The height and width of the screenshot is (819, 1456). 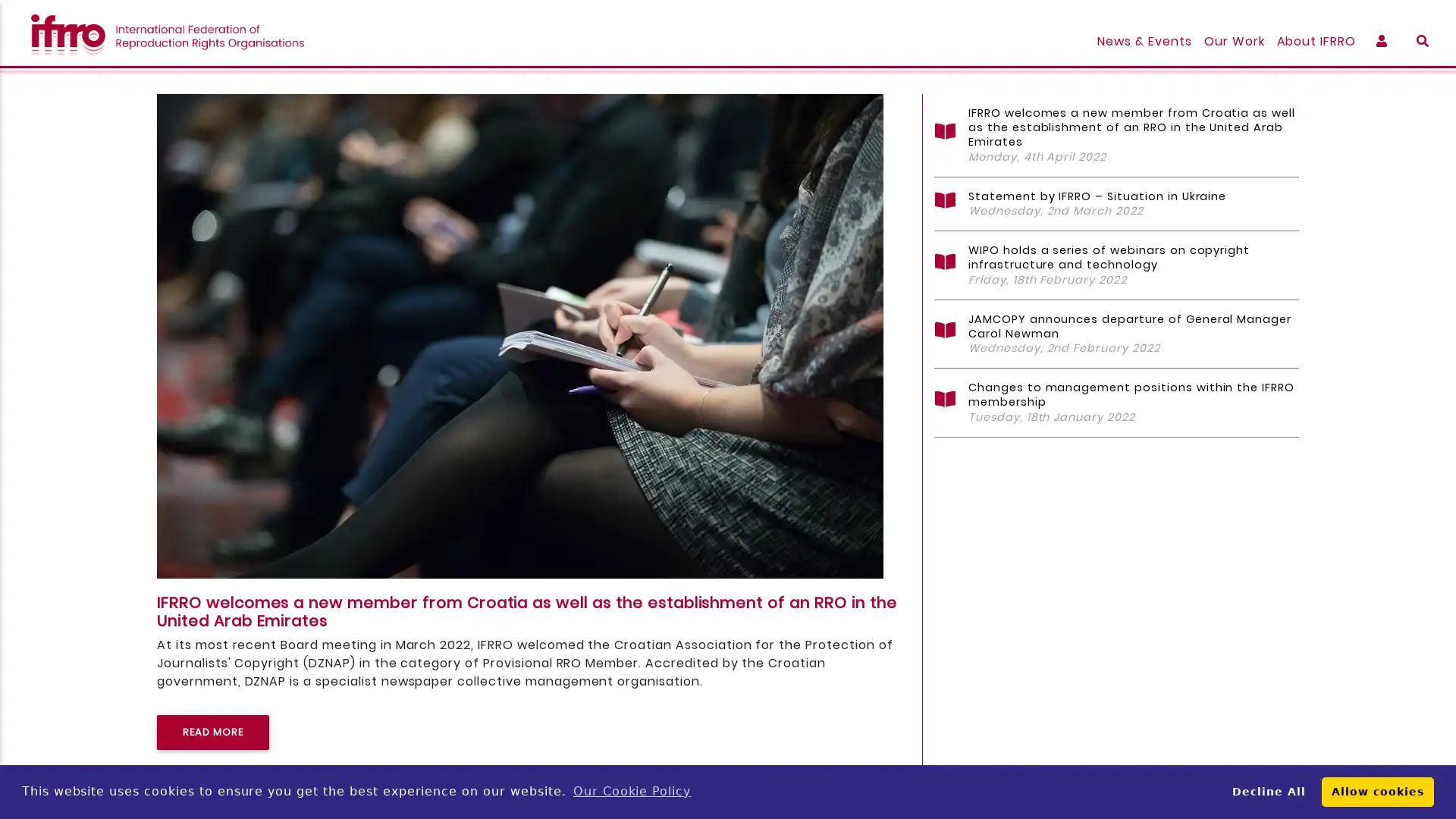 What do you see at coordinates (1269, 791) in the screenshot?
I see `deny cookies` at bounding box center [1269, 791].